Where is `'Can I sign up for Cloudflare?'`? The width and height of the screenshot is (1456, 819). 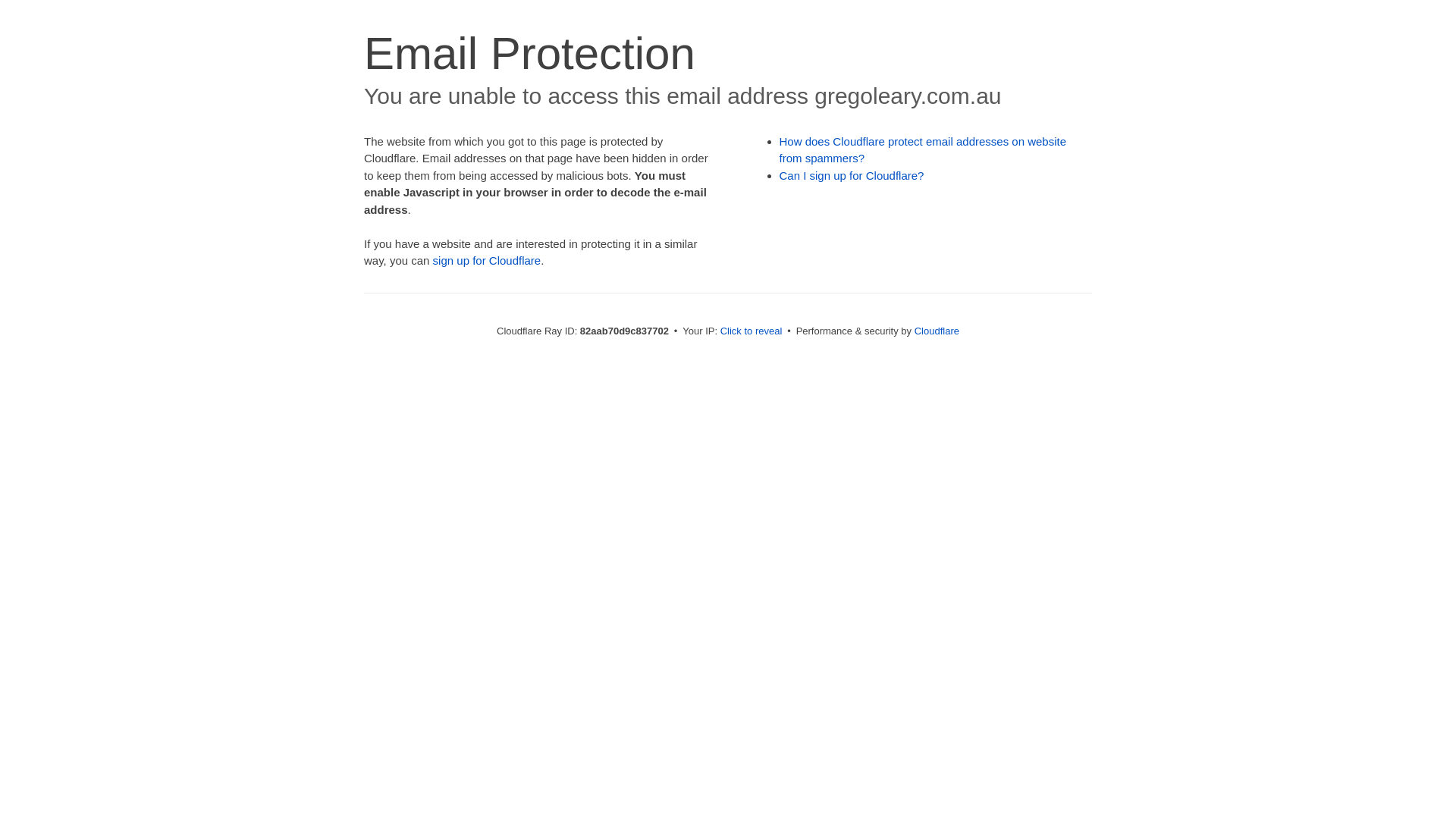
'Can I sign up for Cloudflare?' is located at coordinates (852, 174).